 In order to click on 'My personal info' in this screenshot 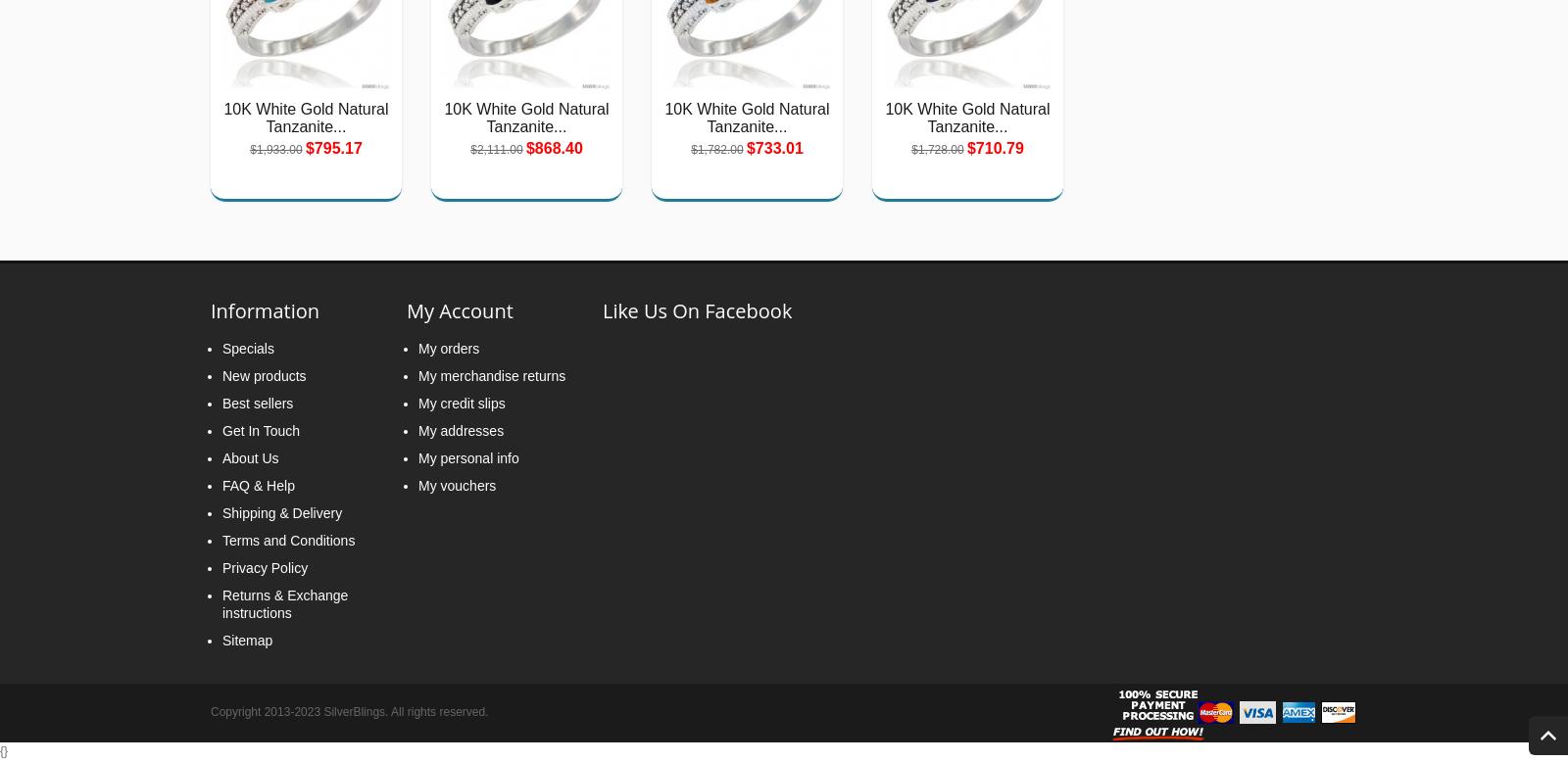, I will do `click(417, 456)`.